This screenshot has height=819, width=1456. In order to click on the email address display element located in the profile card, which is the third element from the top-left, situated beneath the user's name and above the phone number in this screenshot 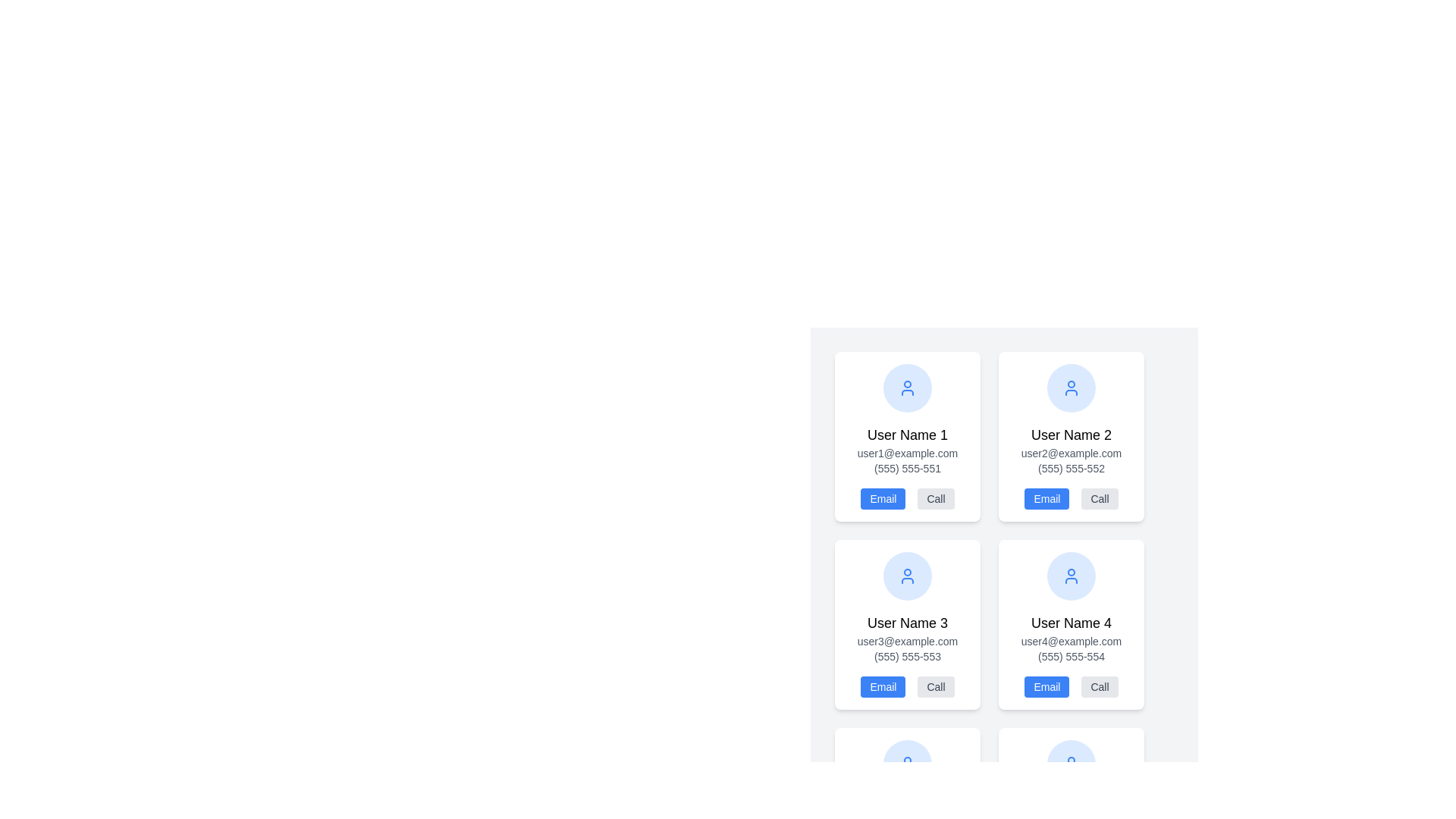, I will do `click(907, 641)`.